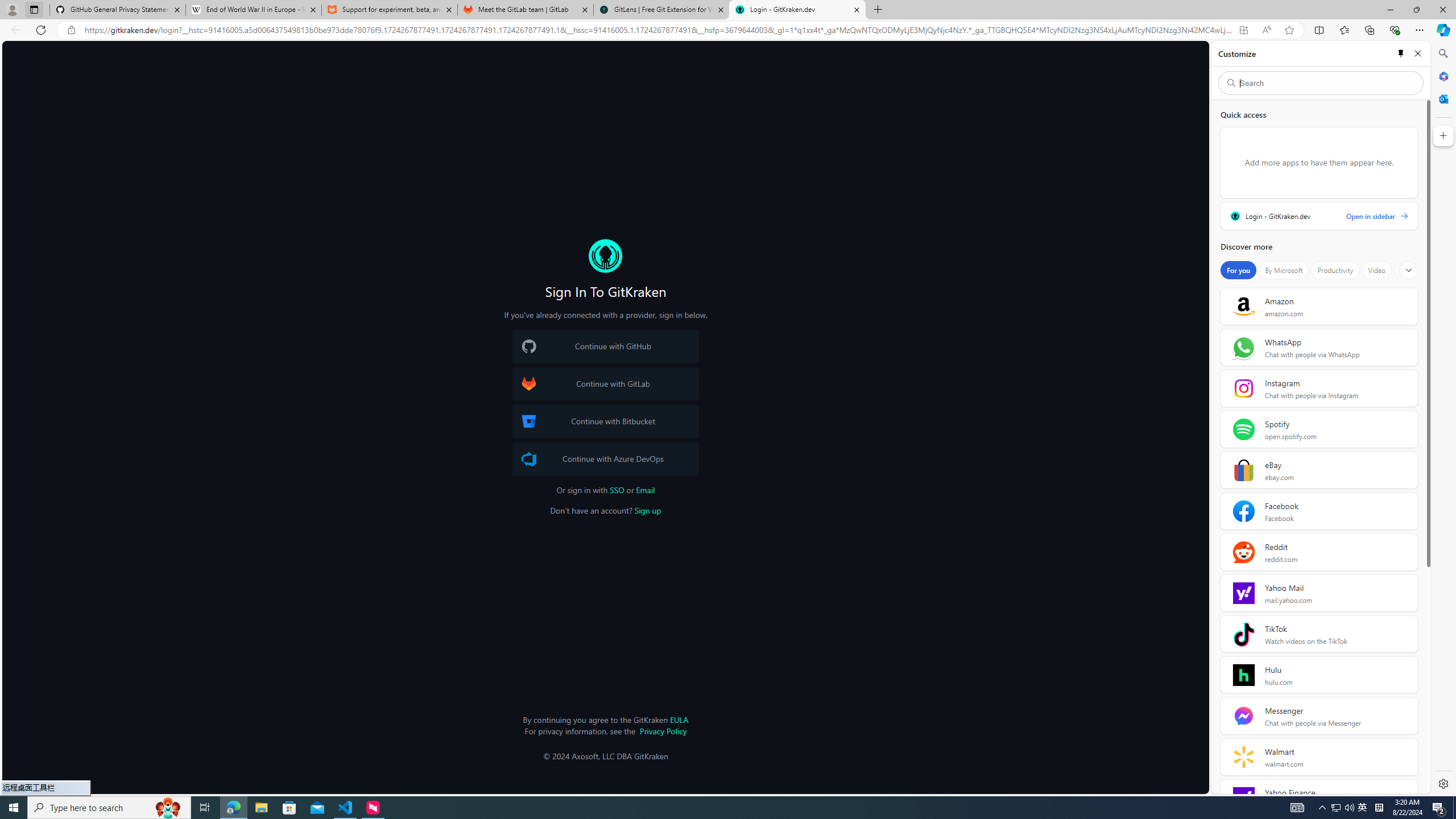 The width and height of the screenshot is (1456, 819). I want to click on 'By Microsoft', so click(1283, 270).